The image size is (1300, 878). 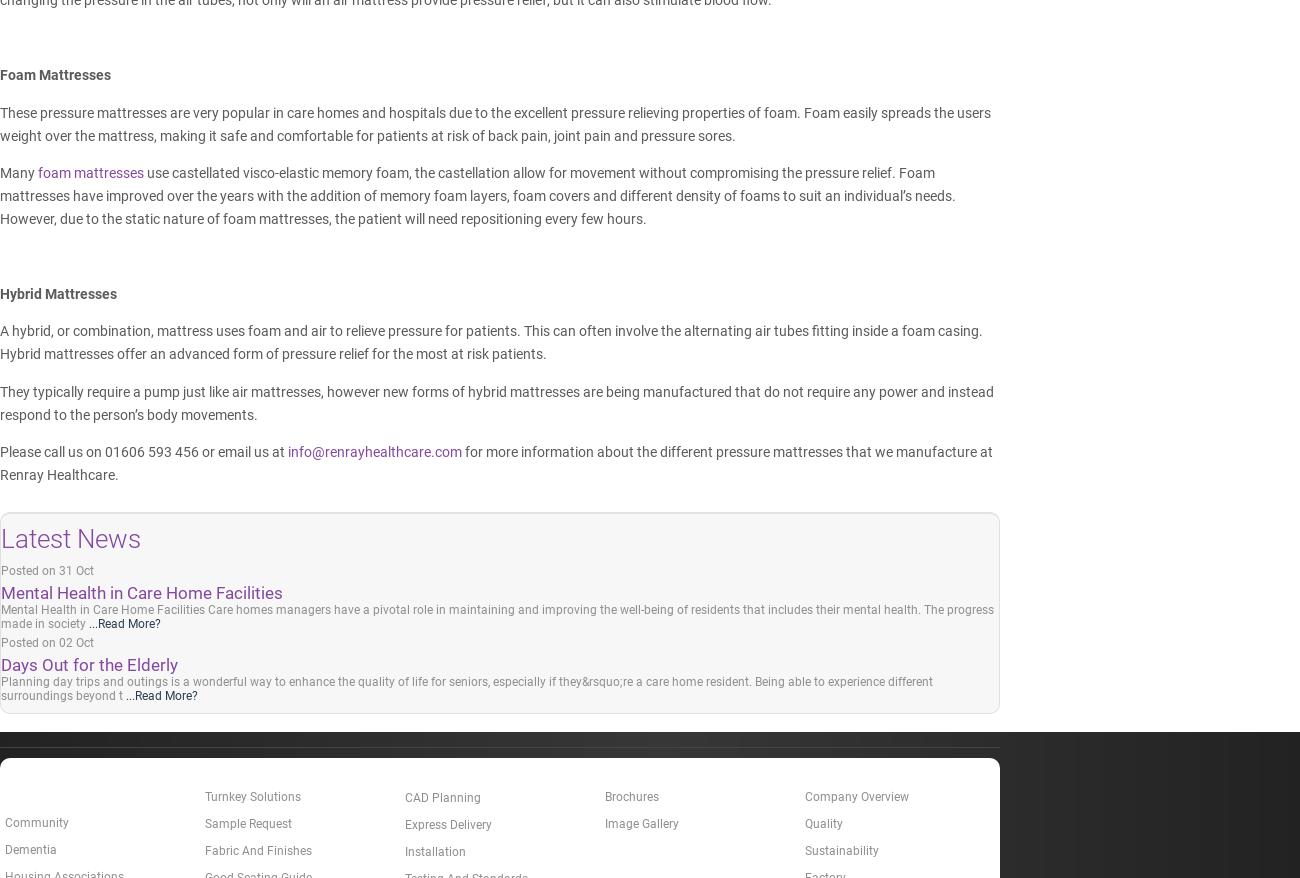 What do you see at coordinates (70, 537) in the screenshot?
I see `'Latest News'` at bounding box center [70, 537].